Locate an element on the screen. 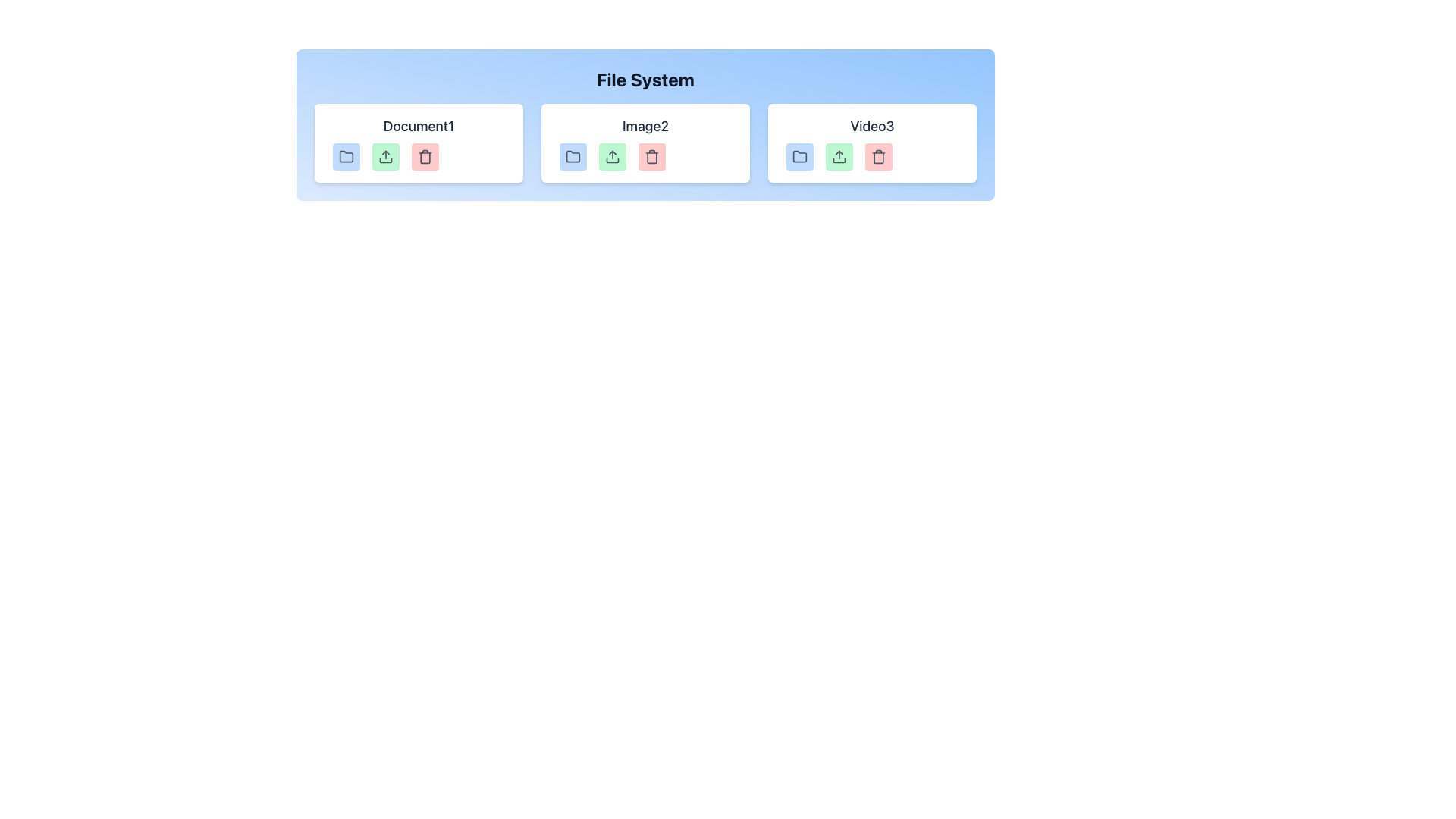 This screenshot has height=819, width=1456. the folder icon button with a blue background and rounded border located in the 'Video3' card is located at coordinates (799, 157).